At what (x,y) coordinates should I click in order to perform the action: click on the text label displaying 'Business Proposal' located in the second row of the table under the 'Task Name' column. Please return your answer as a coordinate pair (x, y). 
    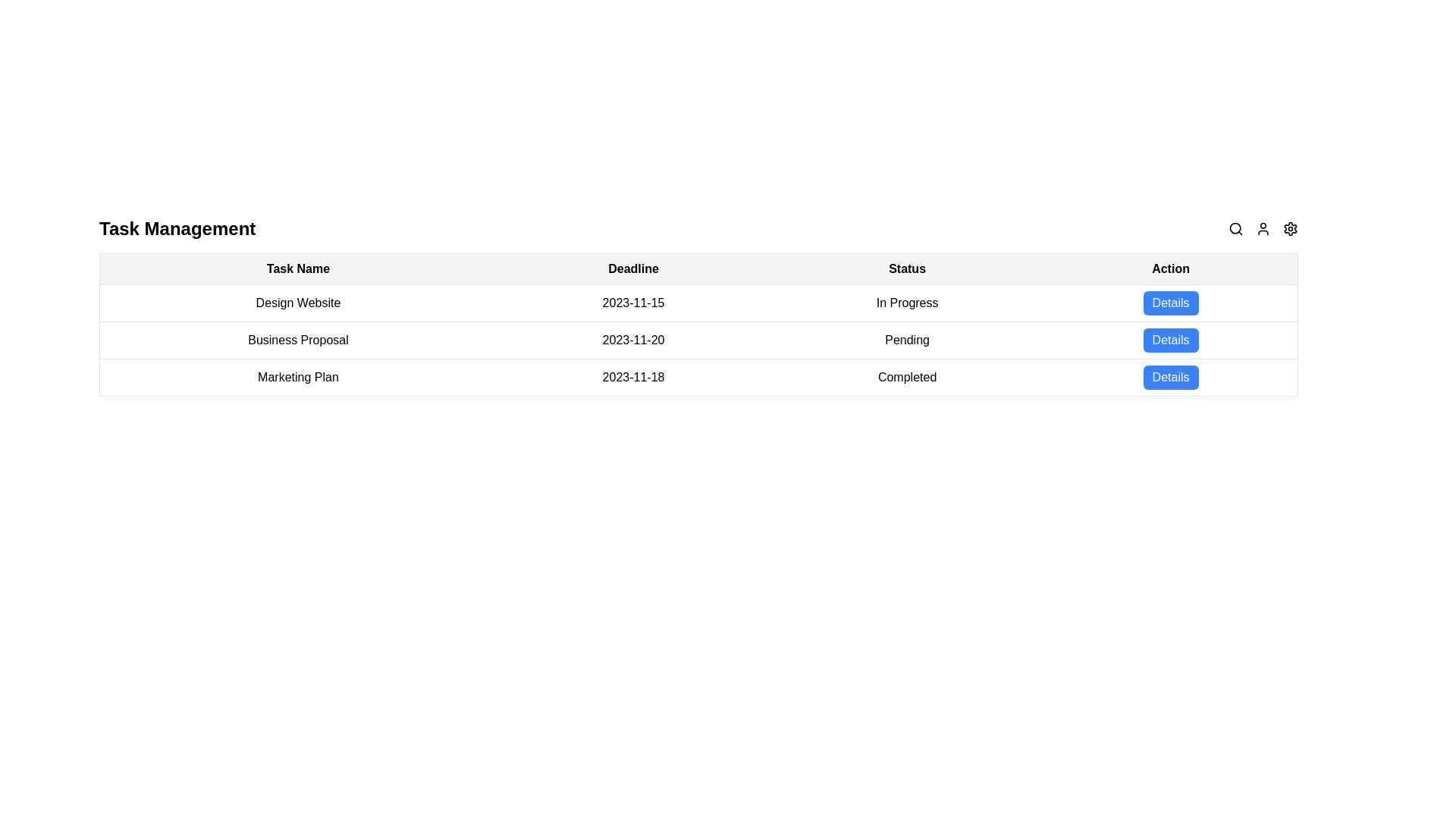
    Looking at the image, I should click on (298, 339).